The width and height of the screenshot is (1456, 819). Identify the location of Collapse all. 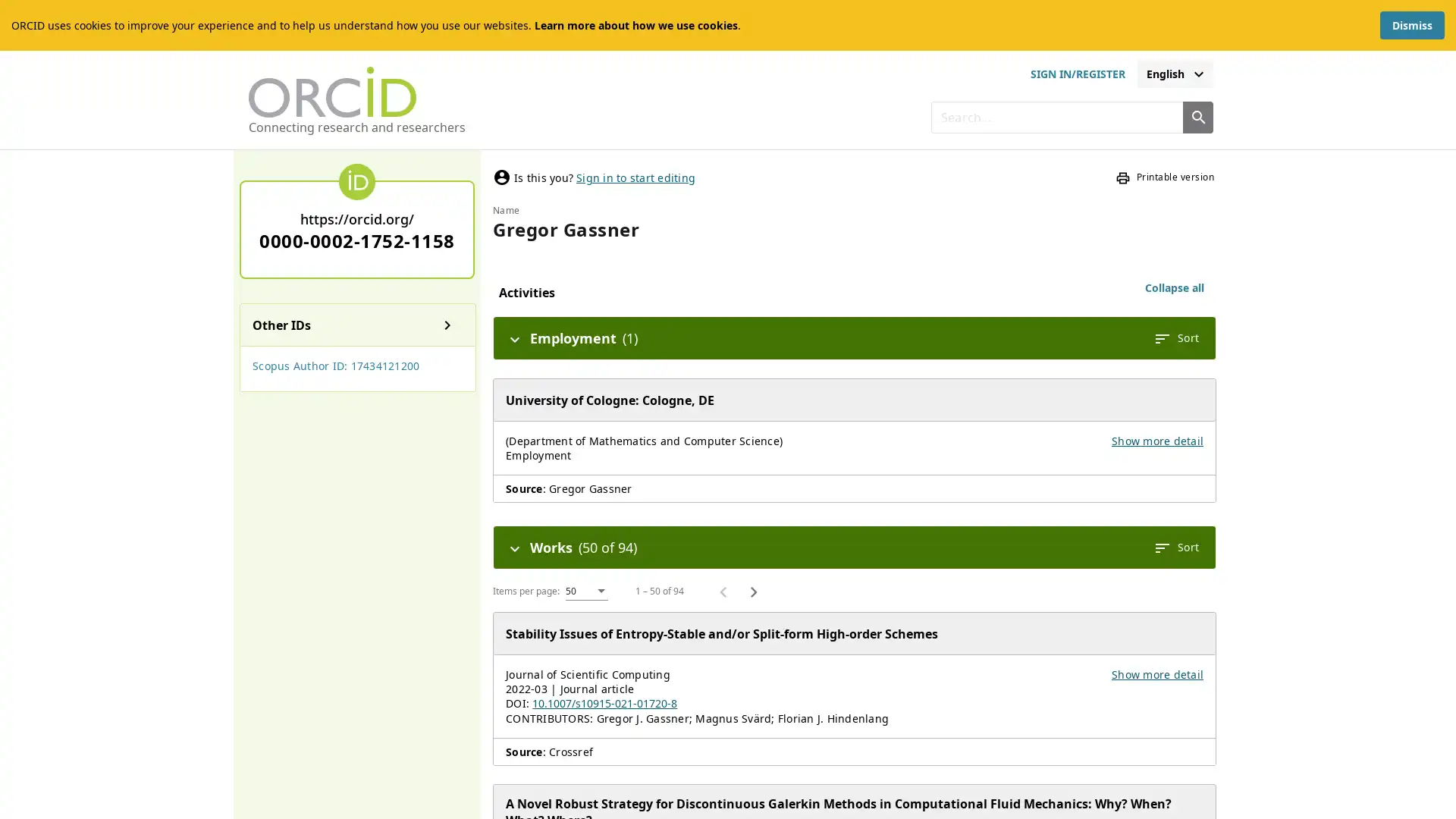
(1174, 288).